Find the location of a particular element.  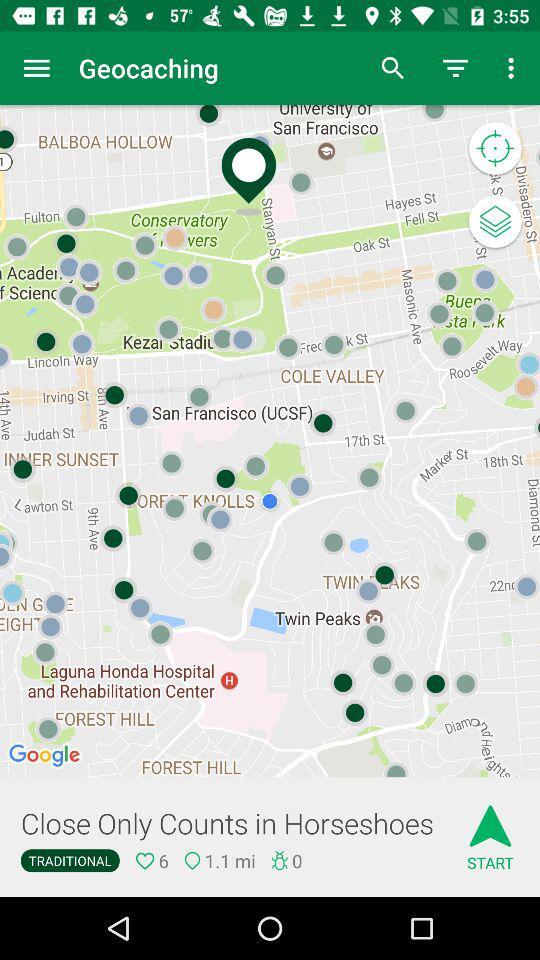

icon to the right of the close only counts icon is located at coordinates (489, 831).